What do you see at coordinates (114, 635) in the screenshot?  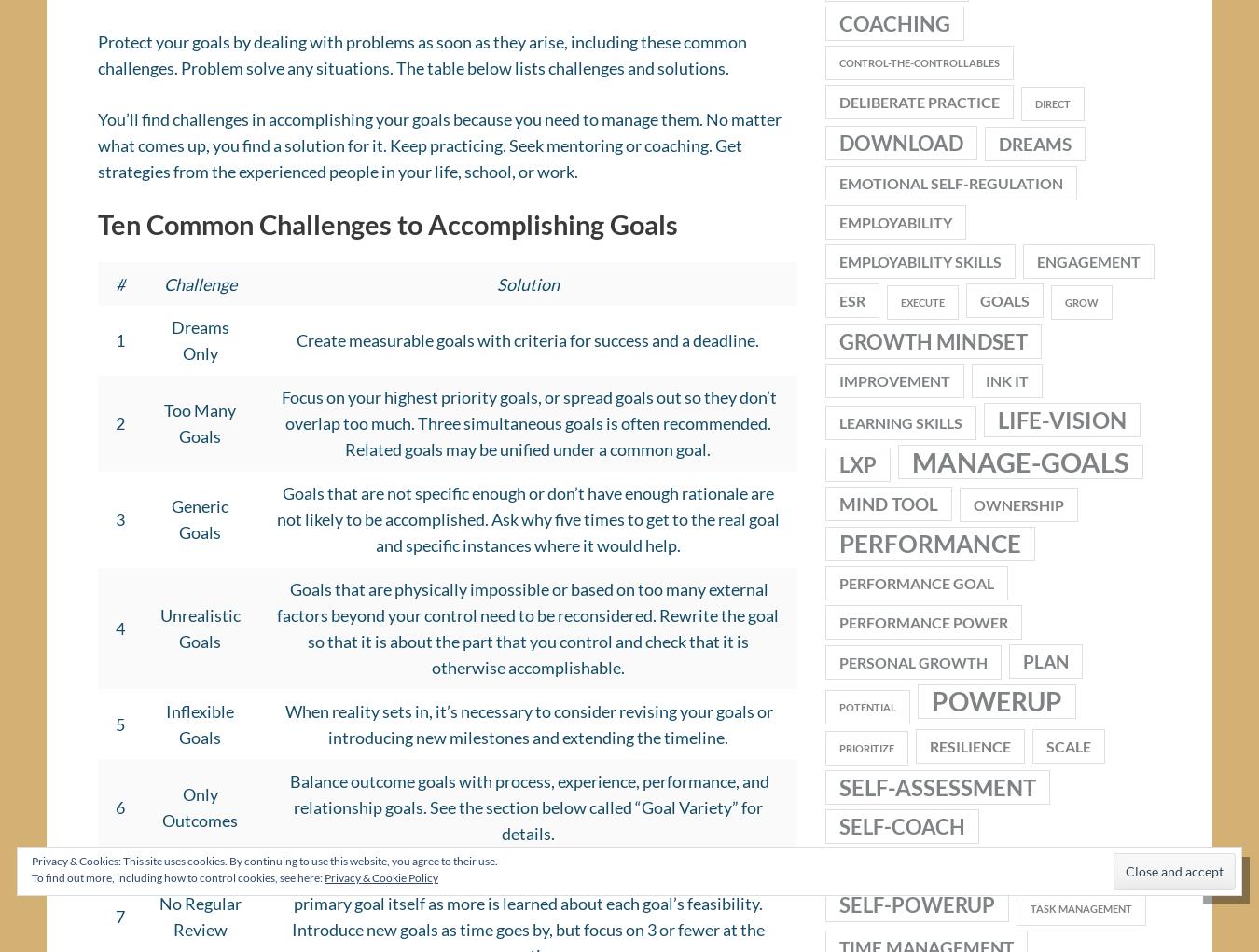 I see `'4'` at bounding box center [114, 635].